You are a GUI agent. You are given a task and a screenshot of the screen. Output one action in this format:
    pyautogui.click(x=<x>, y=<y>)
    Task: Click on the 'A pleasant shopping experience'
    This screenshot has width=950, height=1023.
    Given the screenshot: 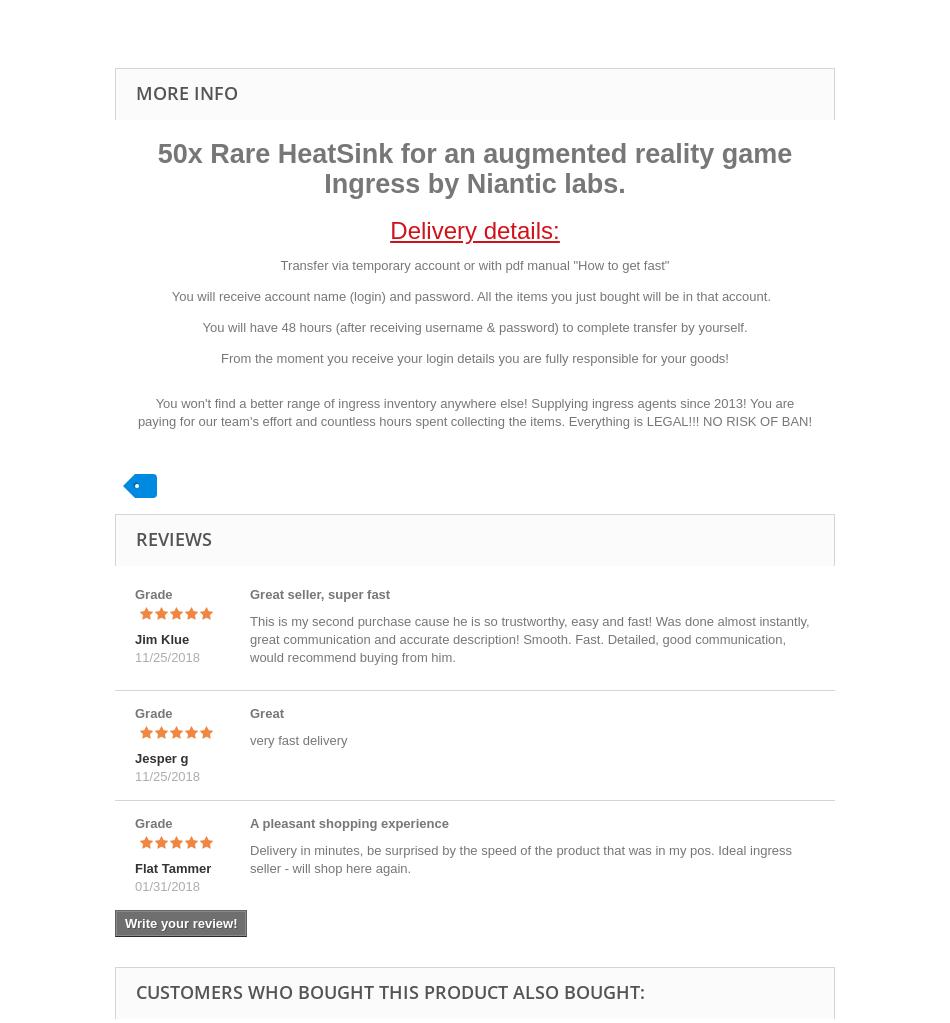 What is the action you would take?
    pyautogui.click(x=348, y=823)
    